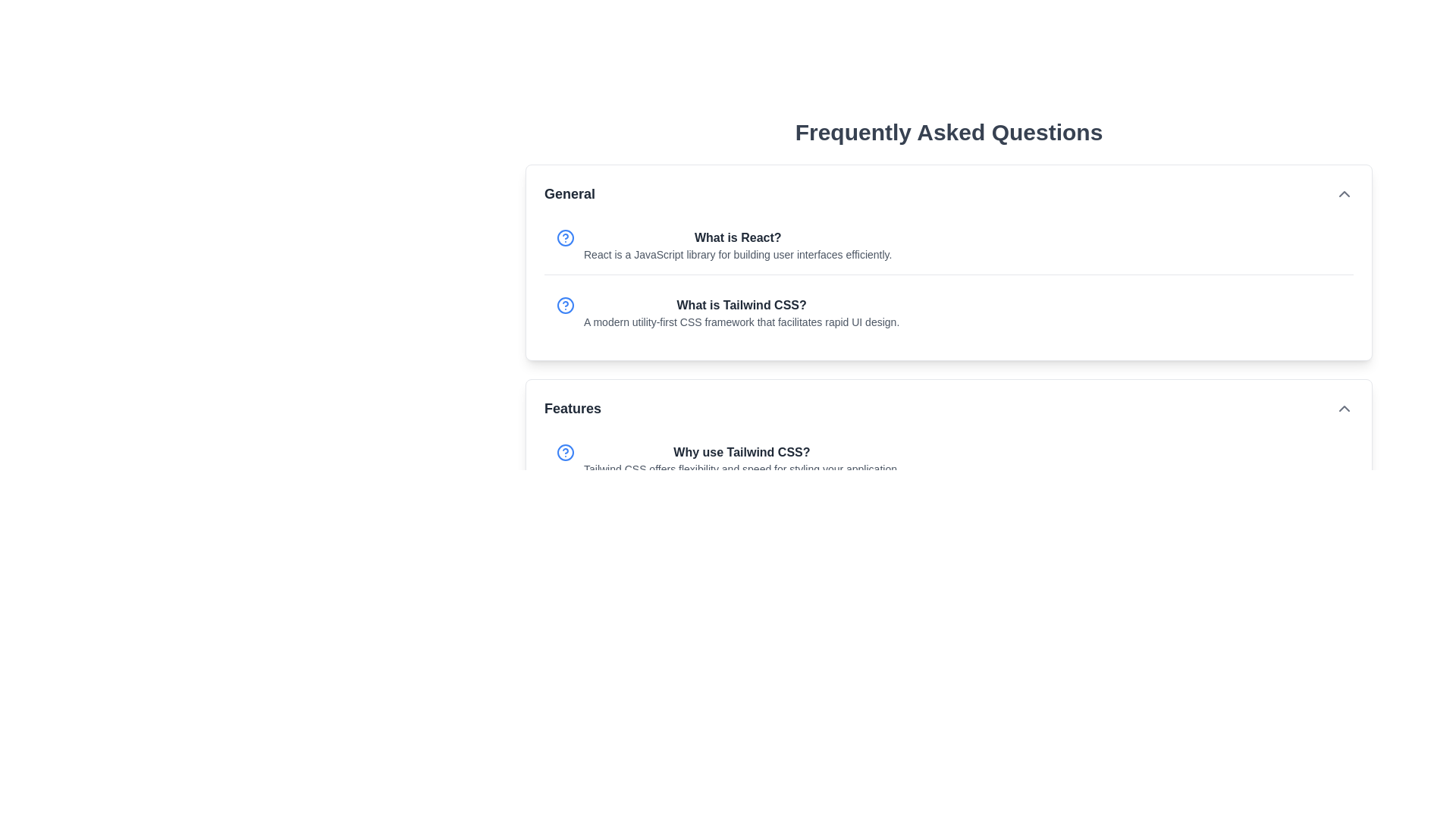 The height and width of the screenshot is (819, 1456). What do you see at coordinates (1344, 193) in the screenshot?
I see `the chevron-up icon located at the far right of the 'General' section header` at bounding box center [1344, 193].